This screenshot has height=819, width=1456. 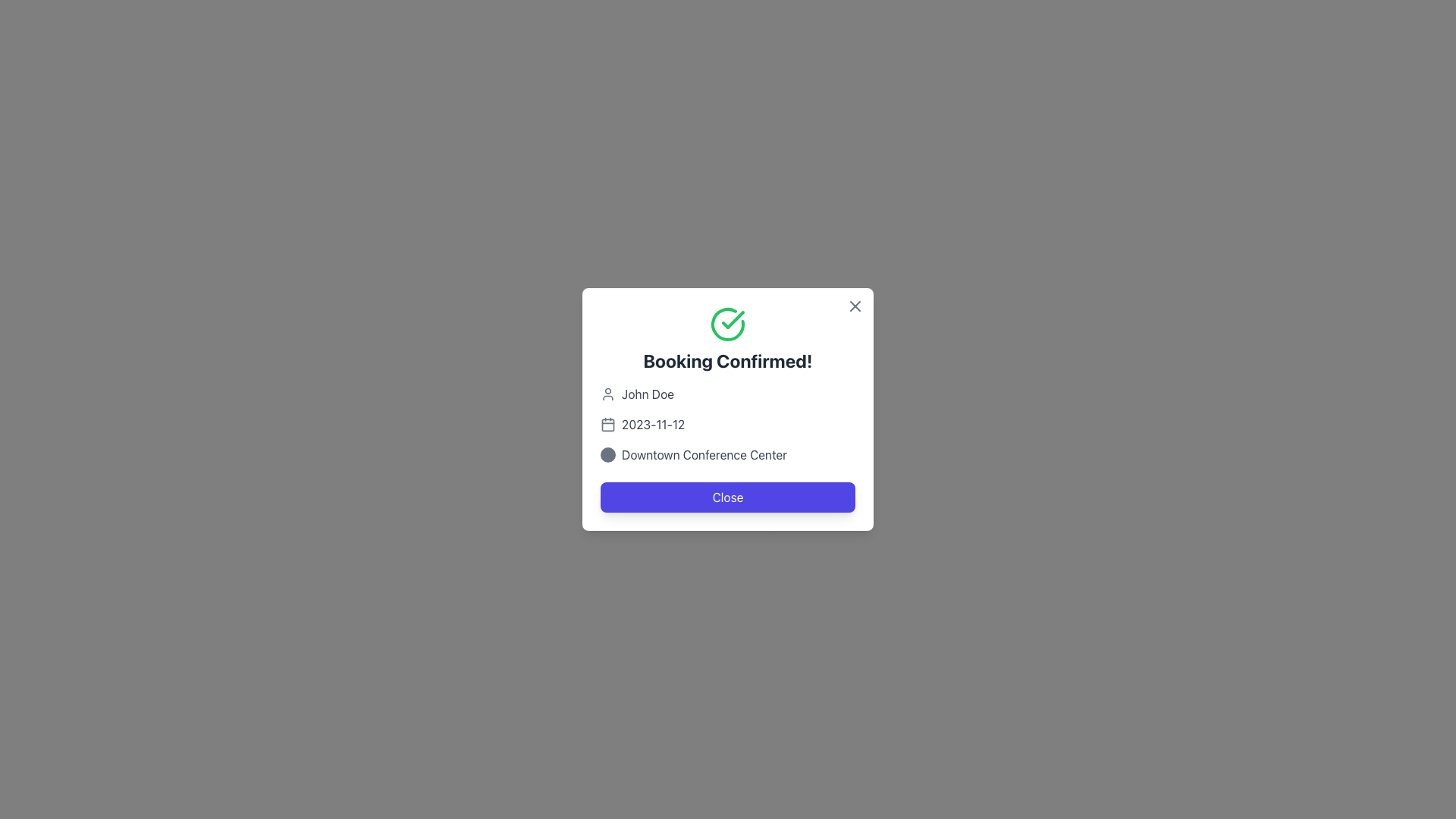 What do you see at coordinates (607, 424) in the screenshot?
I see `calendar icon located directly to the left of the date text '2023-11-12' for information` at bounding box center [607, 424].